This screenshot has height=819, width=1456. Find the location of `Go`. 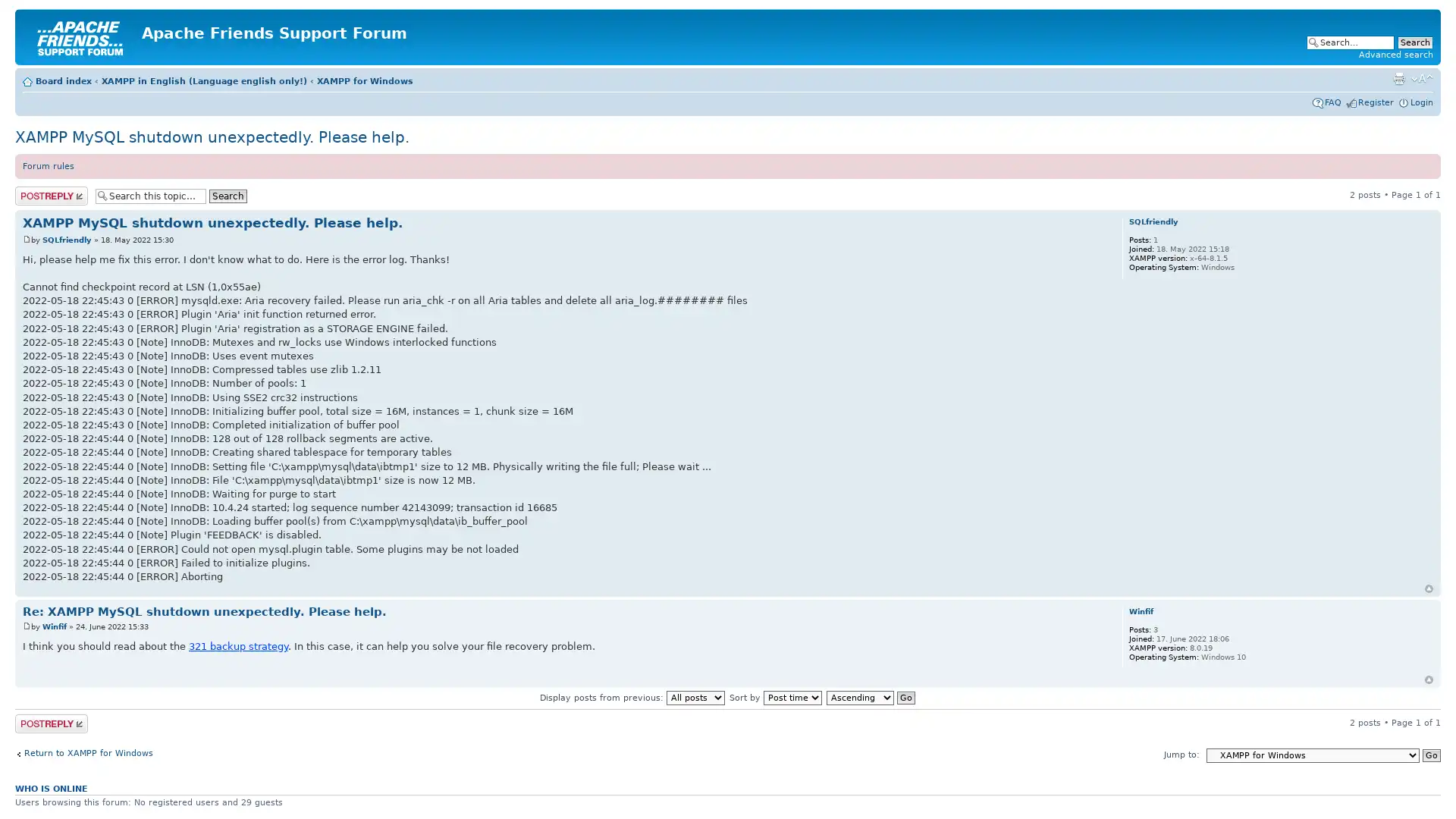

Go is located at coordinates (905, 698).